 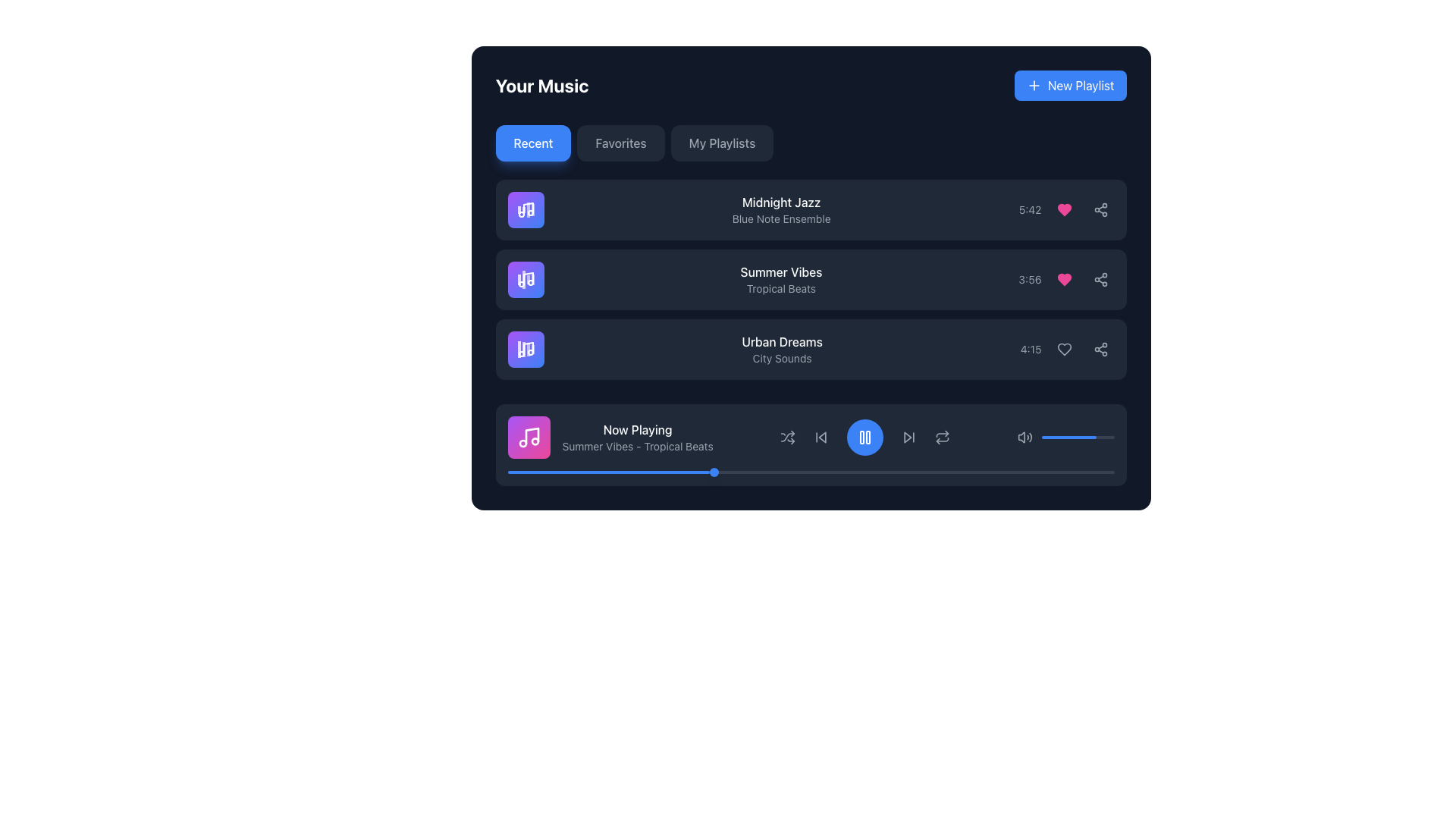 What do you see at coordinates (909, 438) in the screenshot?
I see `the button that skips to the next track in the playlist, positioned as the fourth control from the left in the media player` at bounding box center [909, 438].